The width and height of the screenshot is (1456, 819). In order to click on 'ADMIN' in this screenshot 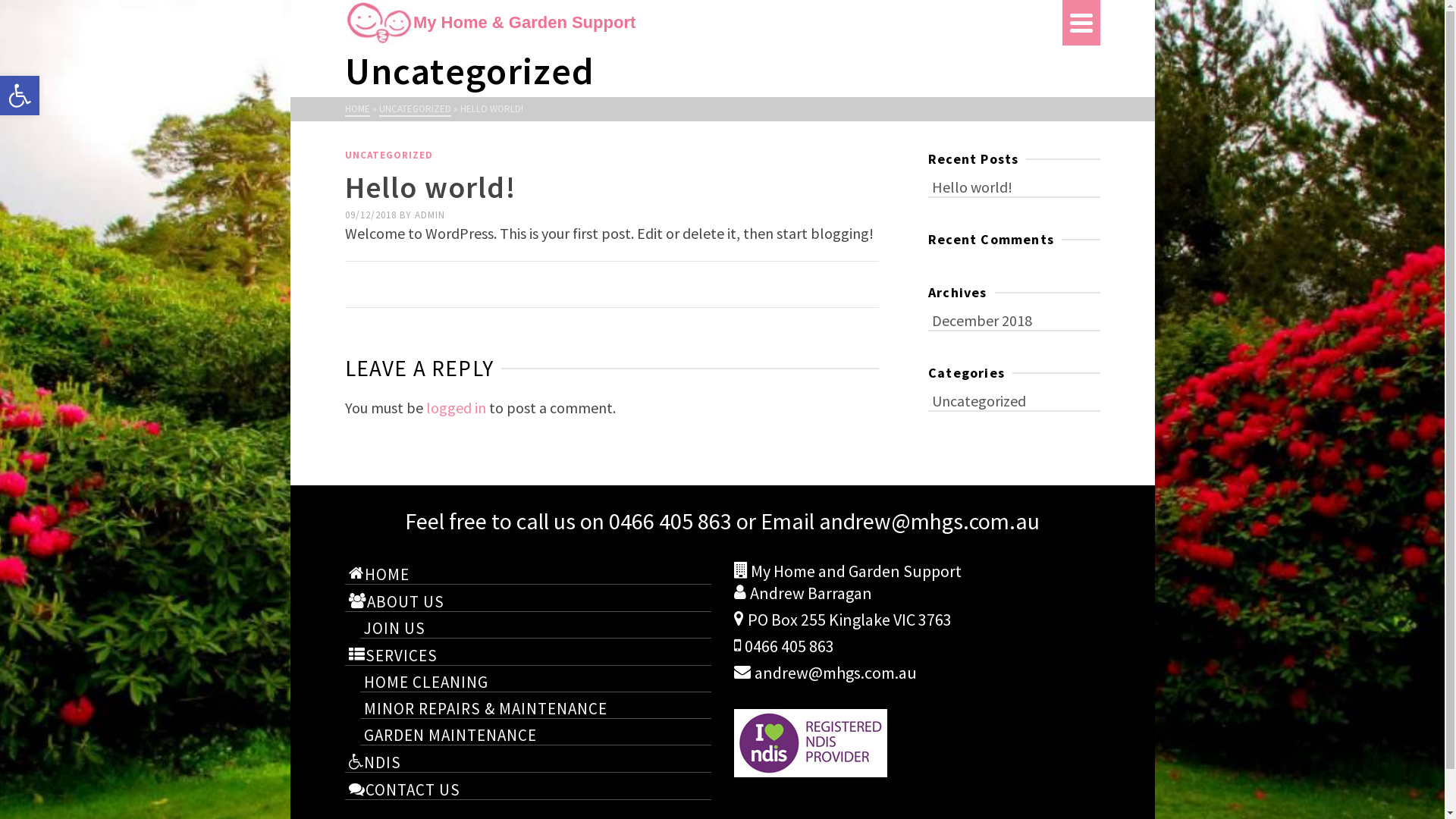, I will do `click(428, 215)`.